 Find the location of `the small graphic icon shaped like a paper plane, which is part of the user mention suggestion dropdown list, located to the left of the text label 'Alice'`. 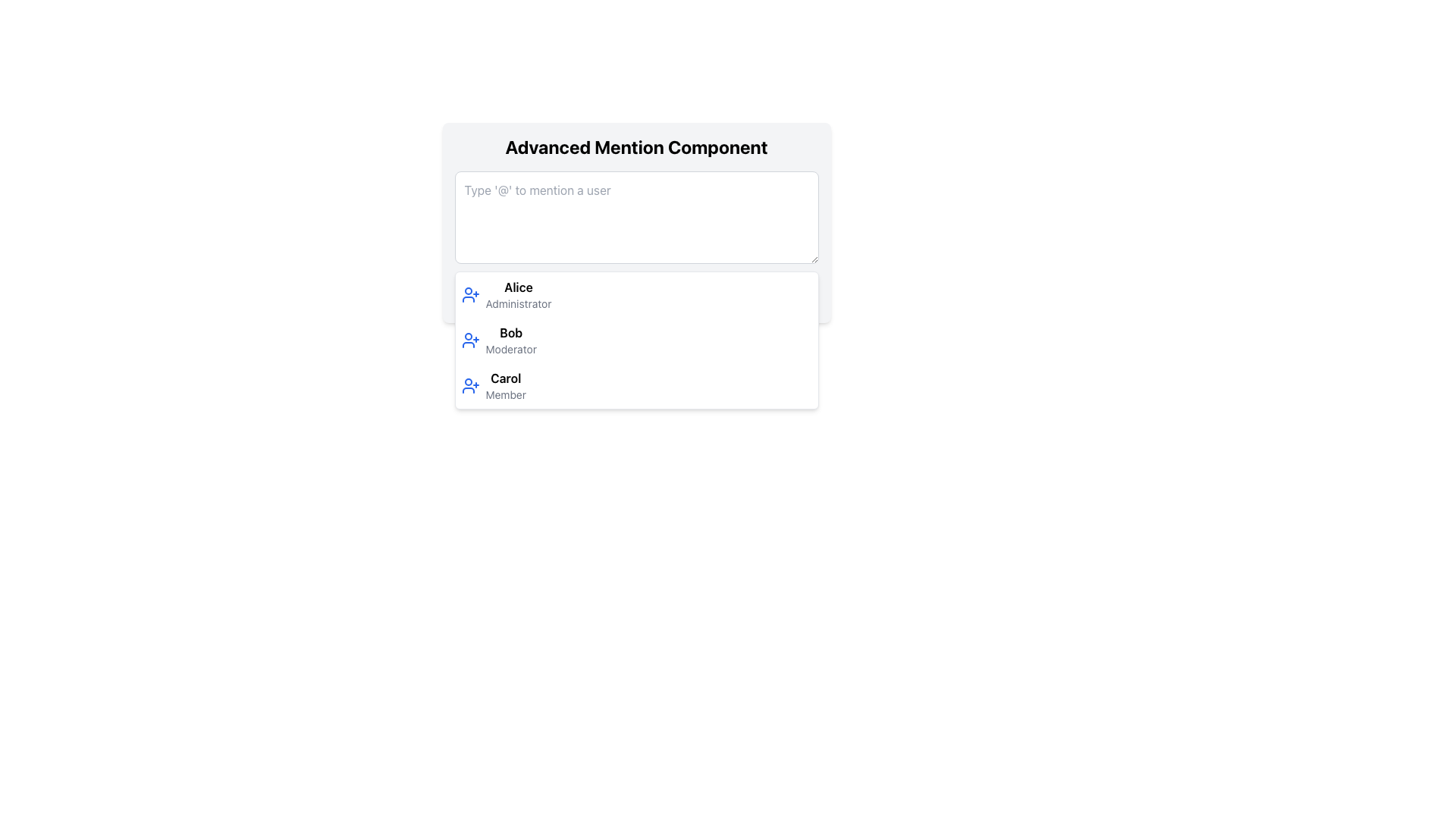

the small graphic icon shaped like a paper plane, which is part of the user mention suggestion dropdown list, located to the left of the text label 'Alice' is located at coordinates (475, 295).